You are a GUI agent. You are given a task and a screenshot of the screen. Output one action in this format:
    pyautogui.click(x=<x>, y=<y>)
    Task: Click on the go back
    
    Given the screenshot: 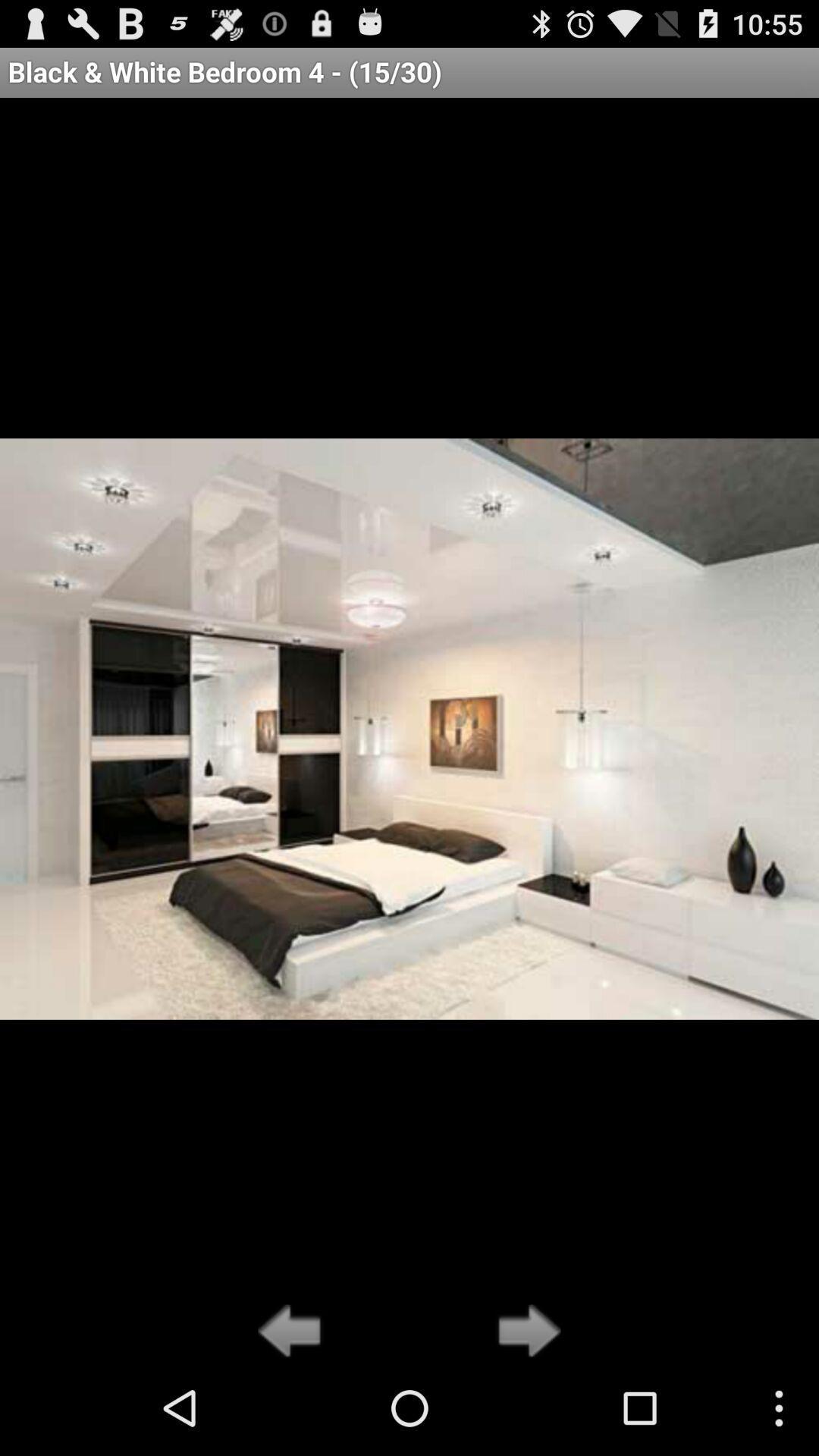 What is the action you would take?
    pyautogui.click(x=293, y=1332)
    